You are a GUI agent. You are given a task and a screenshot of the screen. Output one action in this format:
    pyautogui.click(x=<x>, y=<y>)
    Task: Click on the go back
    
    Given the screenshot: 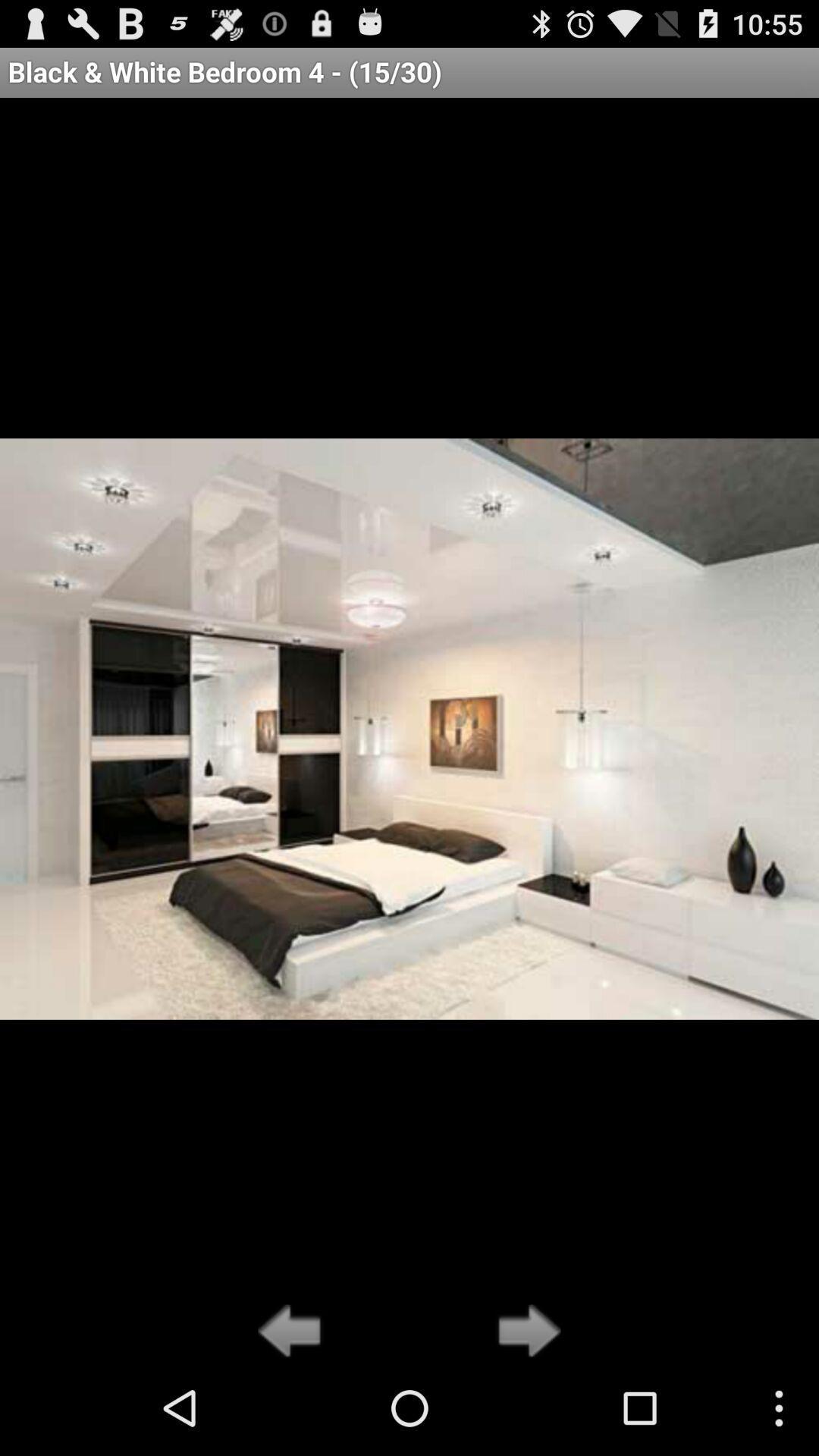 What is the action you would take?
    pyautogui.click(x=293, y=1332)
    